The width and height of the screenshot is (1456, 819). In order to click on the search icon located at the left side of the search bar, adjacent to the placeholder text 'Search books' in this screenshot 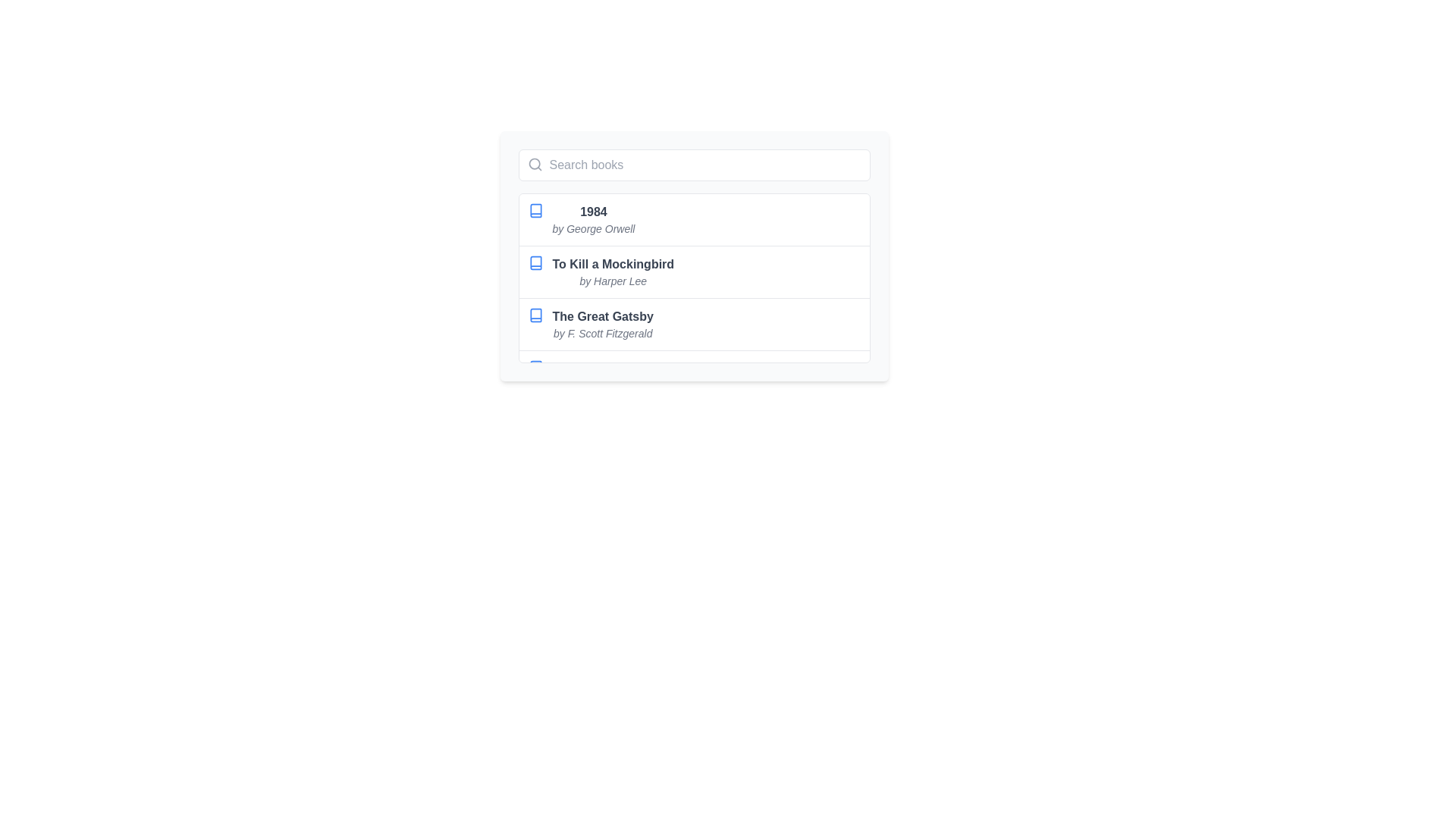, I will do `click(535, 164)`.